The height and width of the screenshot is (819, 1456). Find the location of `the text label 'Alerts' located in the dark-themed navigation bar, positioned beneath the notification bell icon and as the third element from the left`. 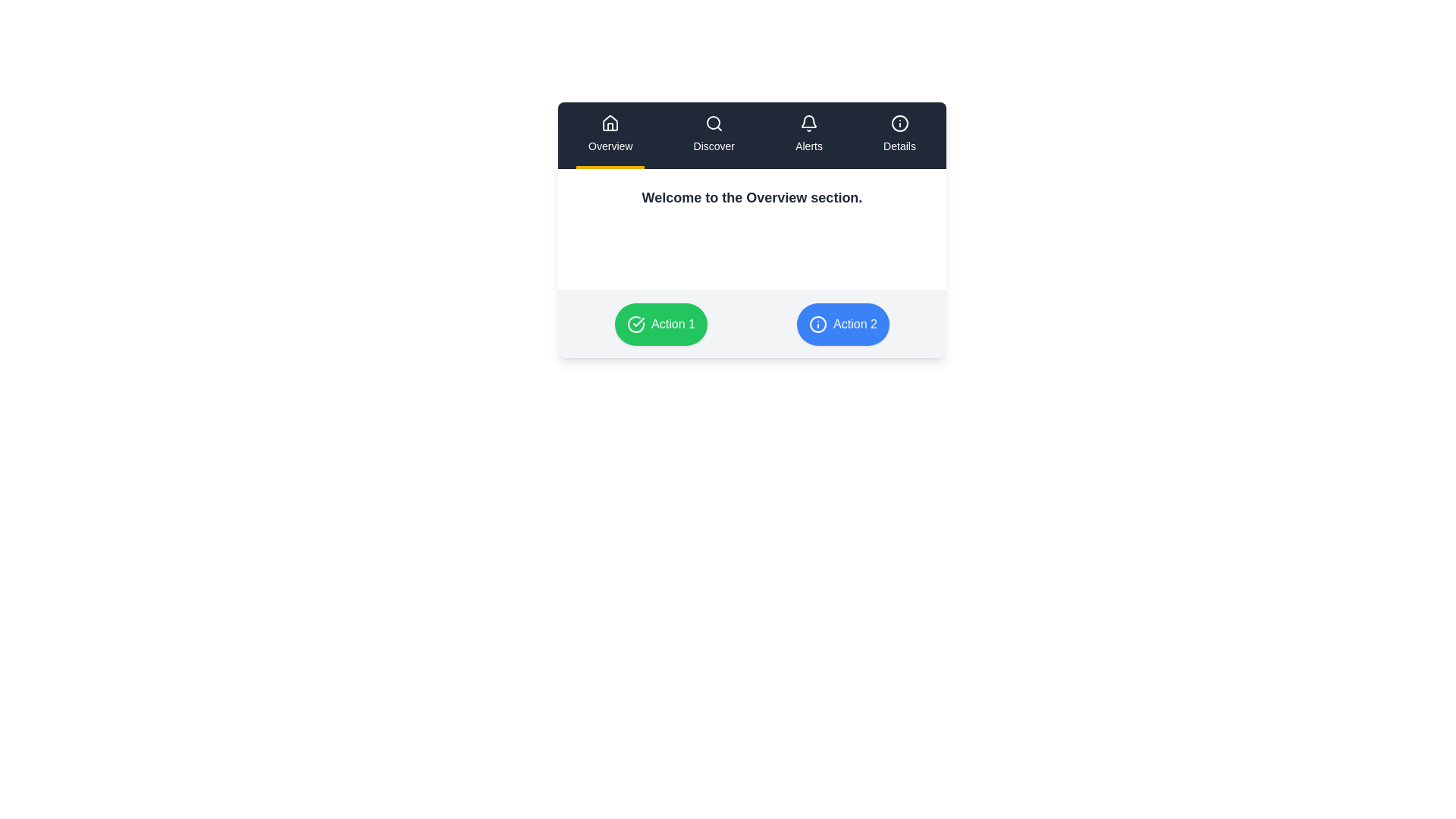

the text label 'Alerts' located in the dark-themed navigation bar, positioned beneath the notification bell icon and as the third element from the left is located at coordinates (808, 146).